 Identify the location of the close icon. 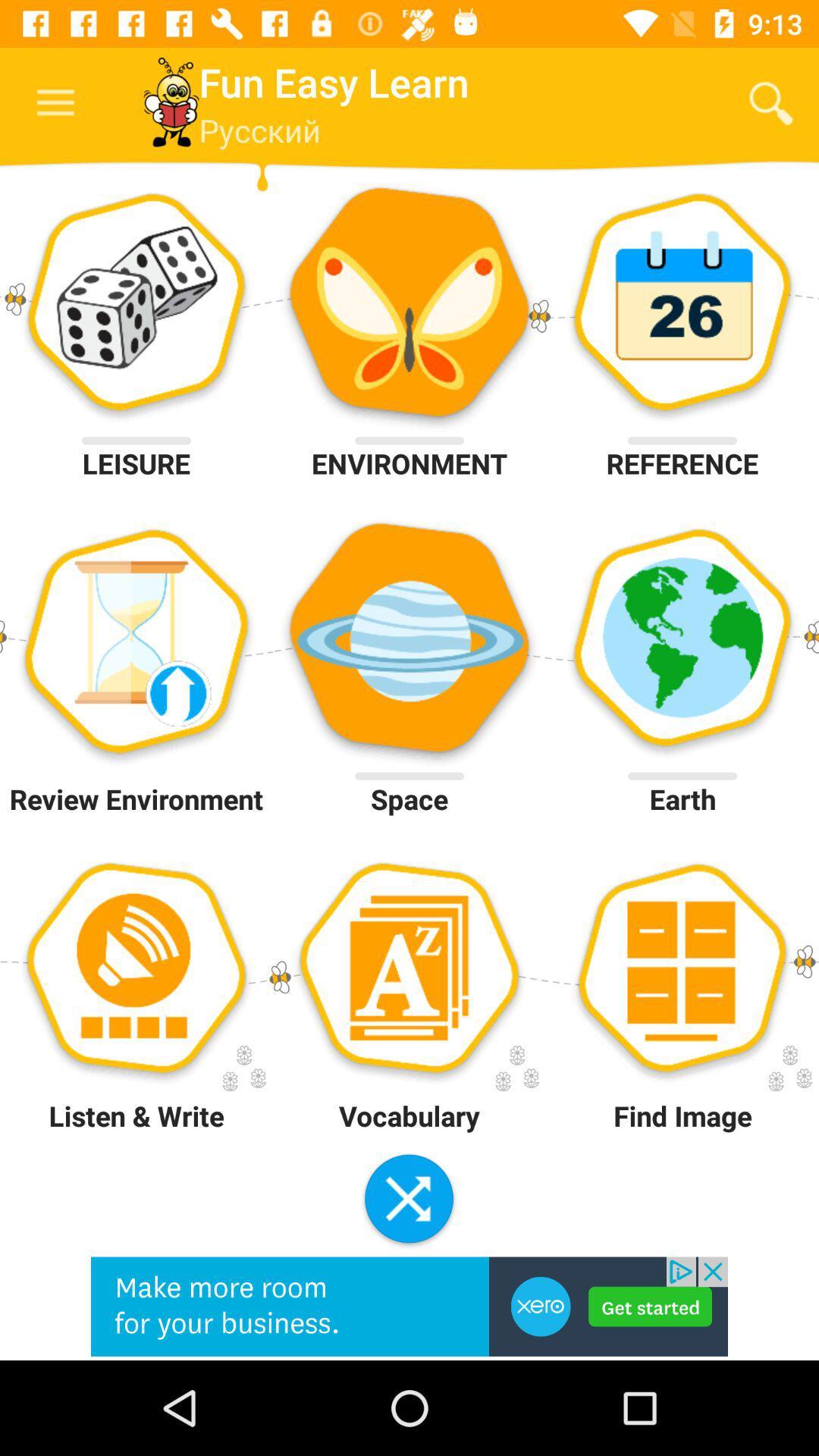
(408, 1200).